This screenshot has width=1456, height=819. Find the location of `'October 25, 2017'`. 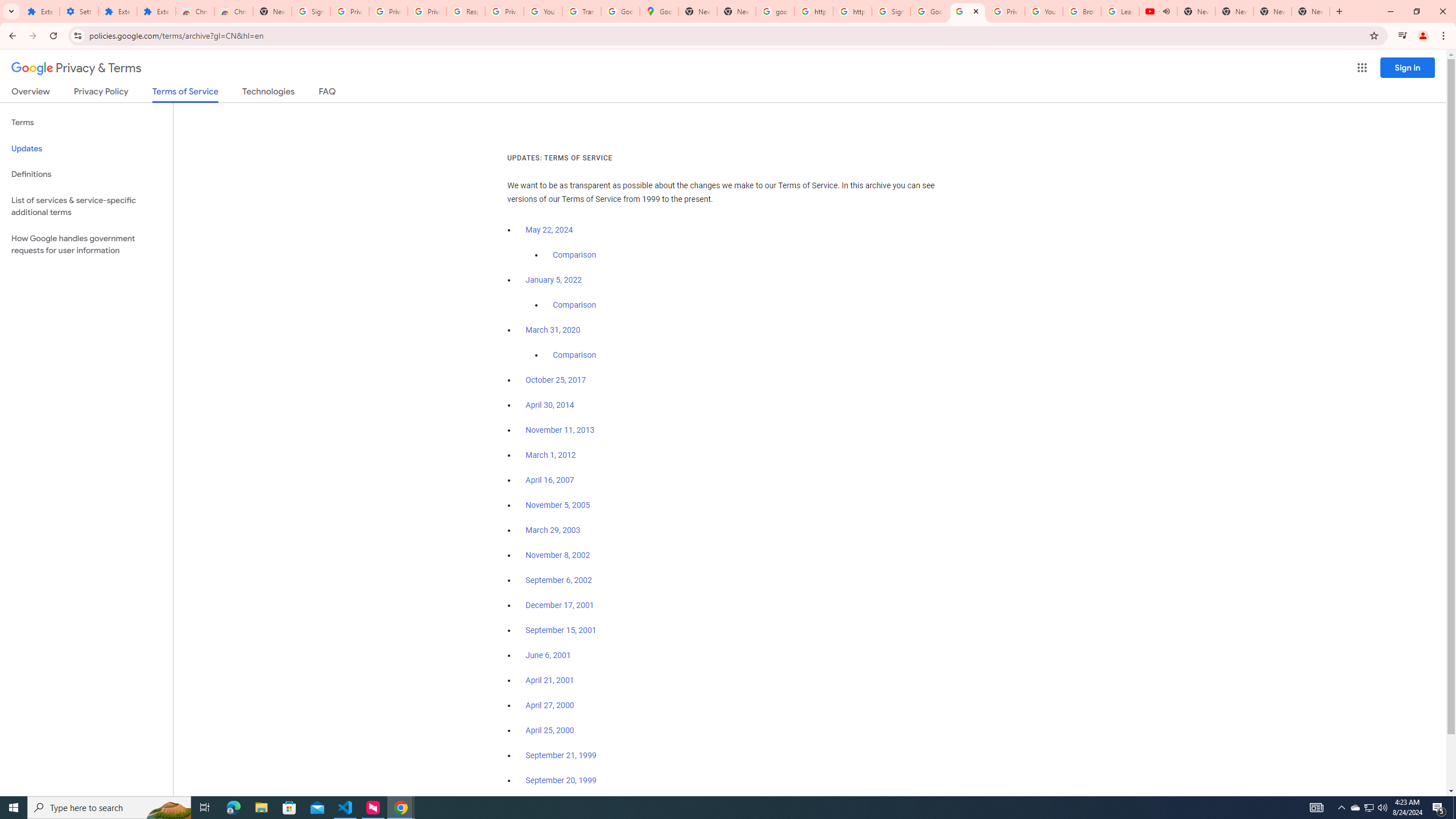

'October 25, 2017' is located at coordinates (556, 379).